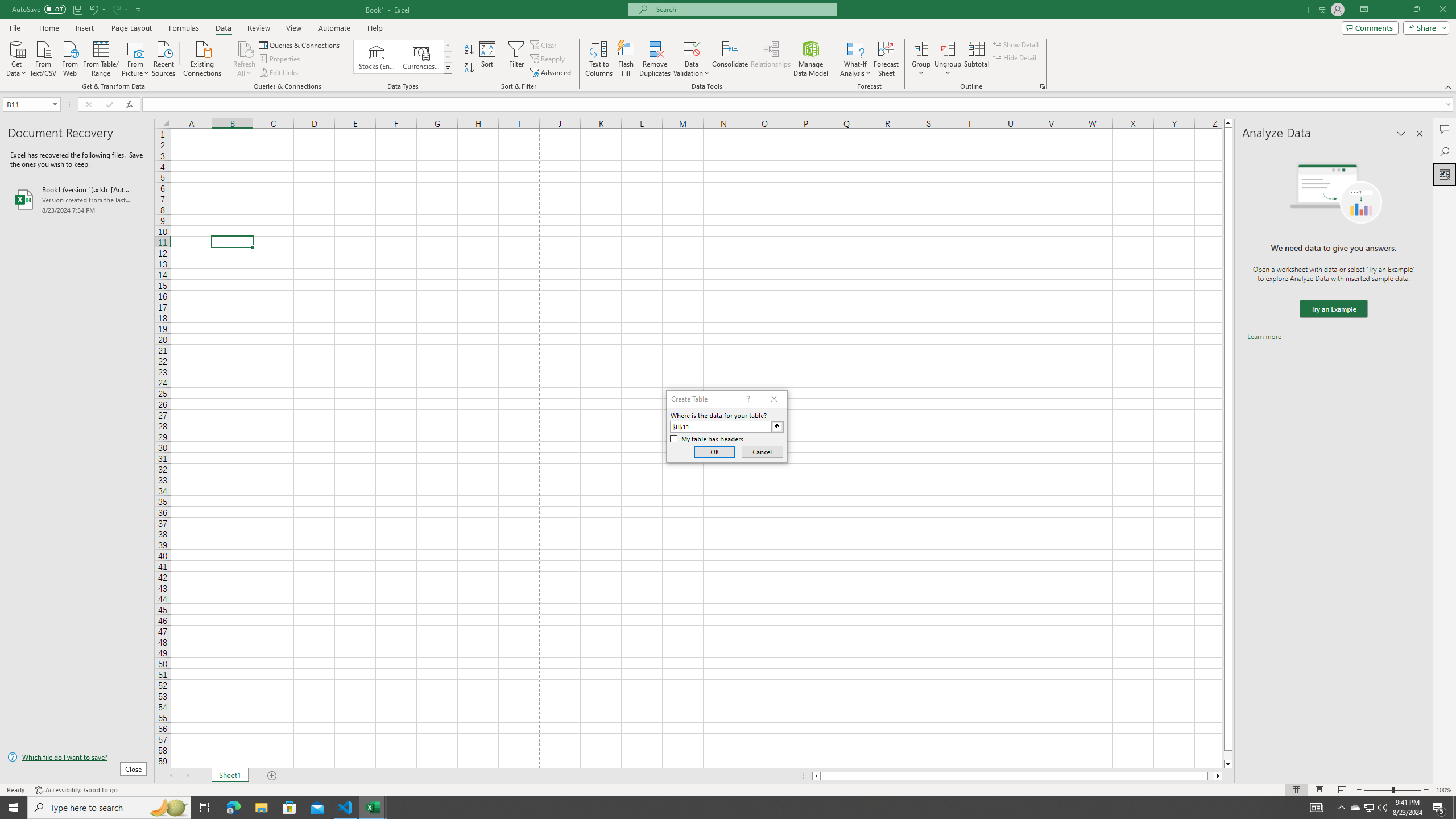  I want to click on 'Automate', so click(334, 28).